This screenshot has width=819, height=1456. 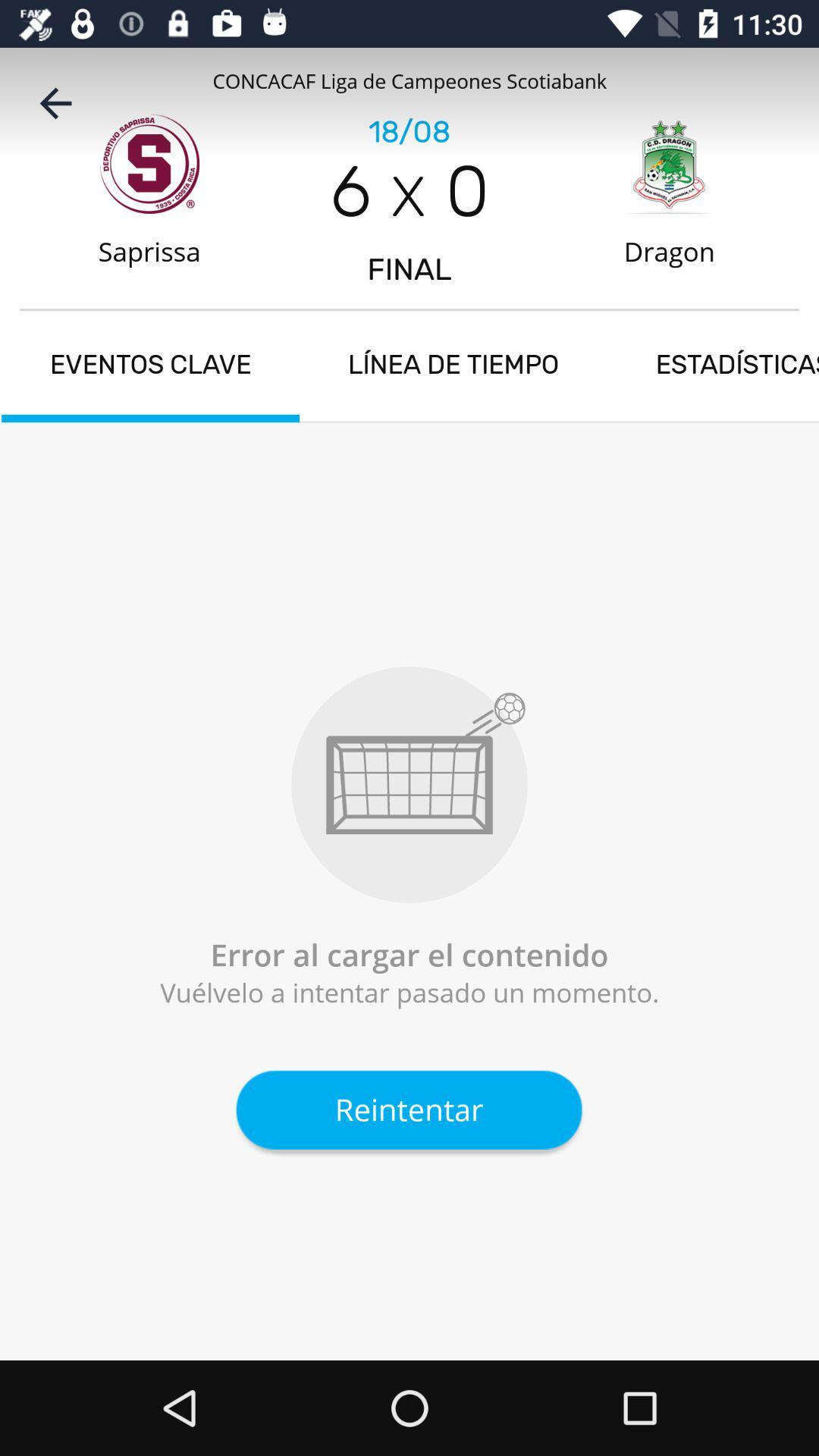 What do you see at coordinates (55, 102) in the screenshot?
I see `the icon to the left of the 18/08 item` at bounding box center [55, 102].